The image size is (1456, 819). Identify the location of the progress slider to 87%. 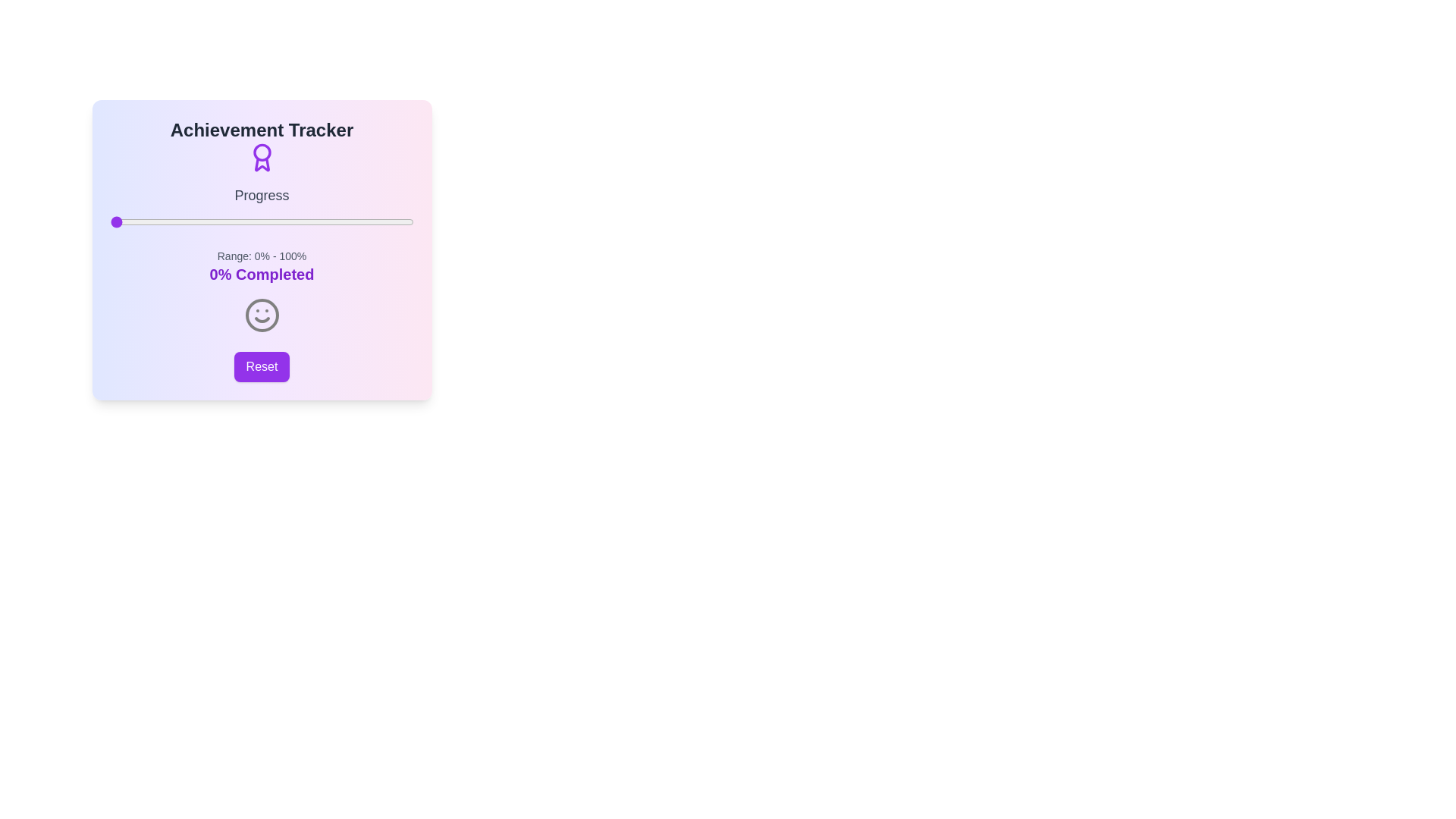
(374, 222).